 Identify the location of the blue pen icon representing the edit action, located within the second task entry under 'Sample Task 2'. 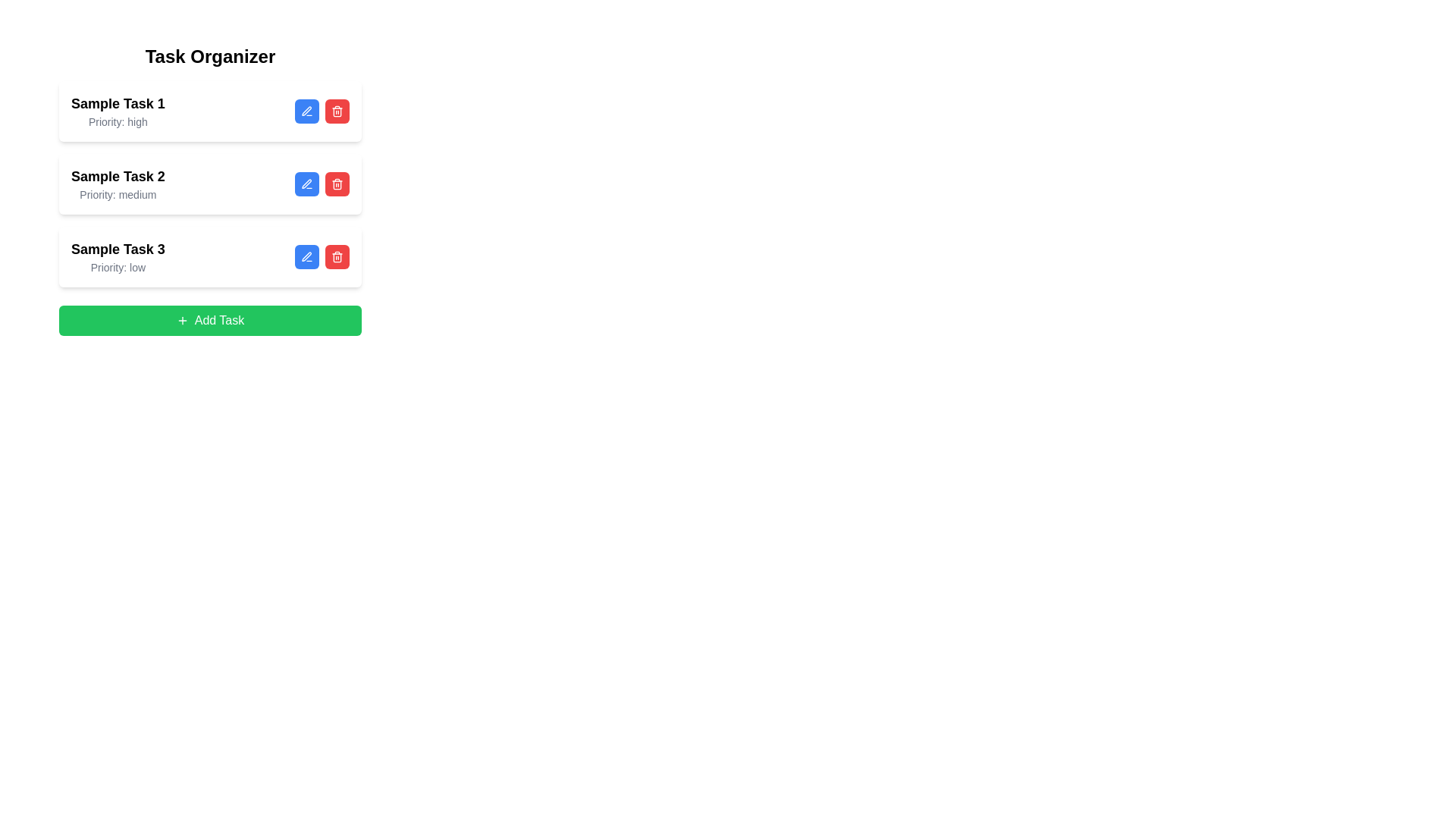
(306, 183).